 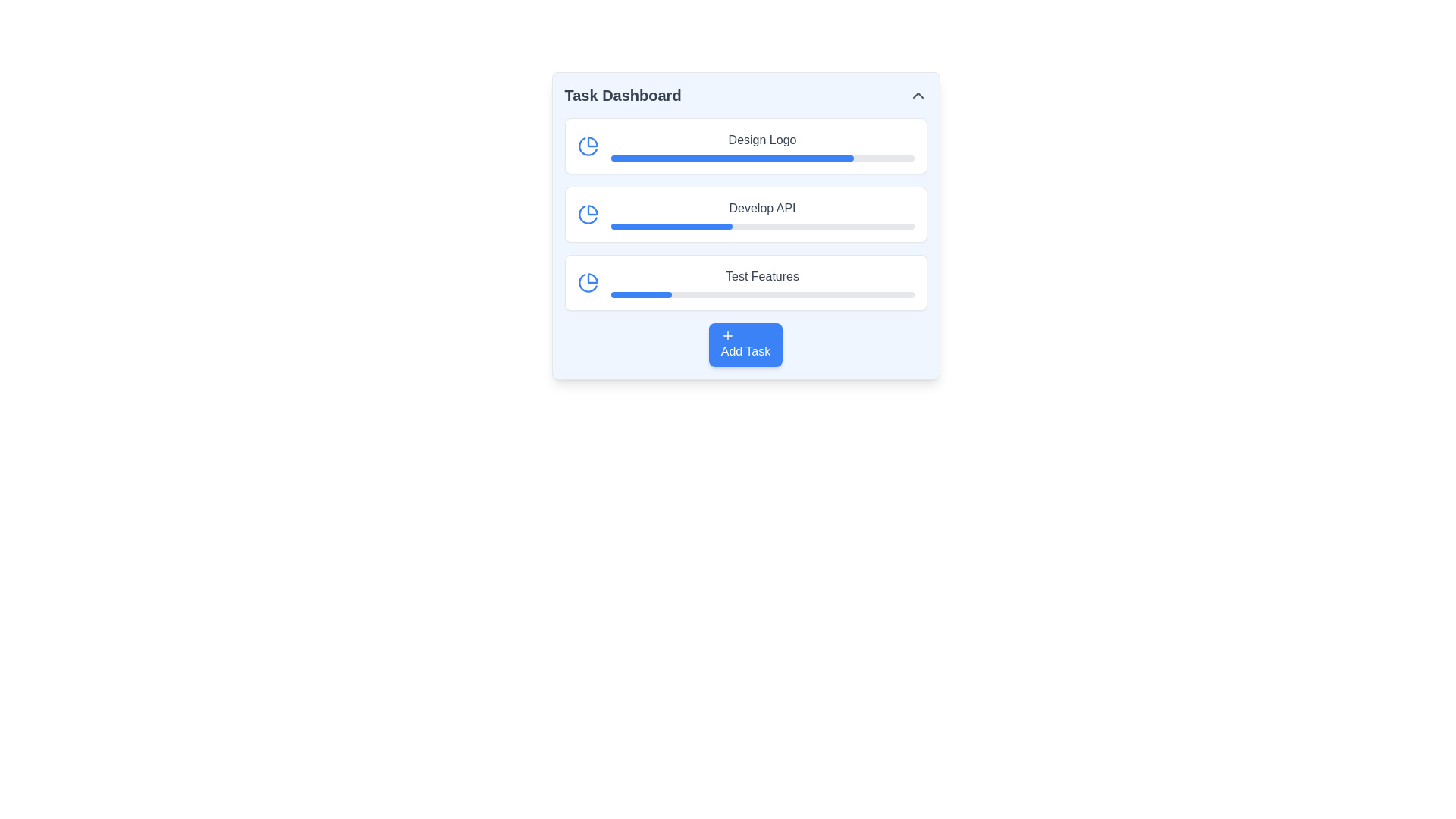 What do you see at coordinates (762, 283) in the screenshot?
I see `the progress bar labeled 'Test Features' in the 'Task Dashboard' section to update task progress` at bounding box center [762, 283].